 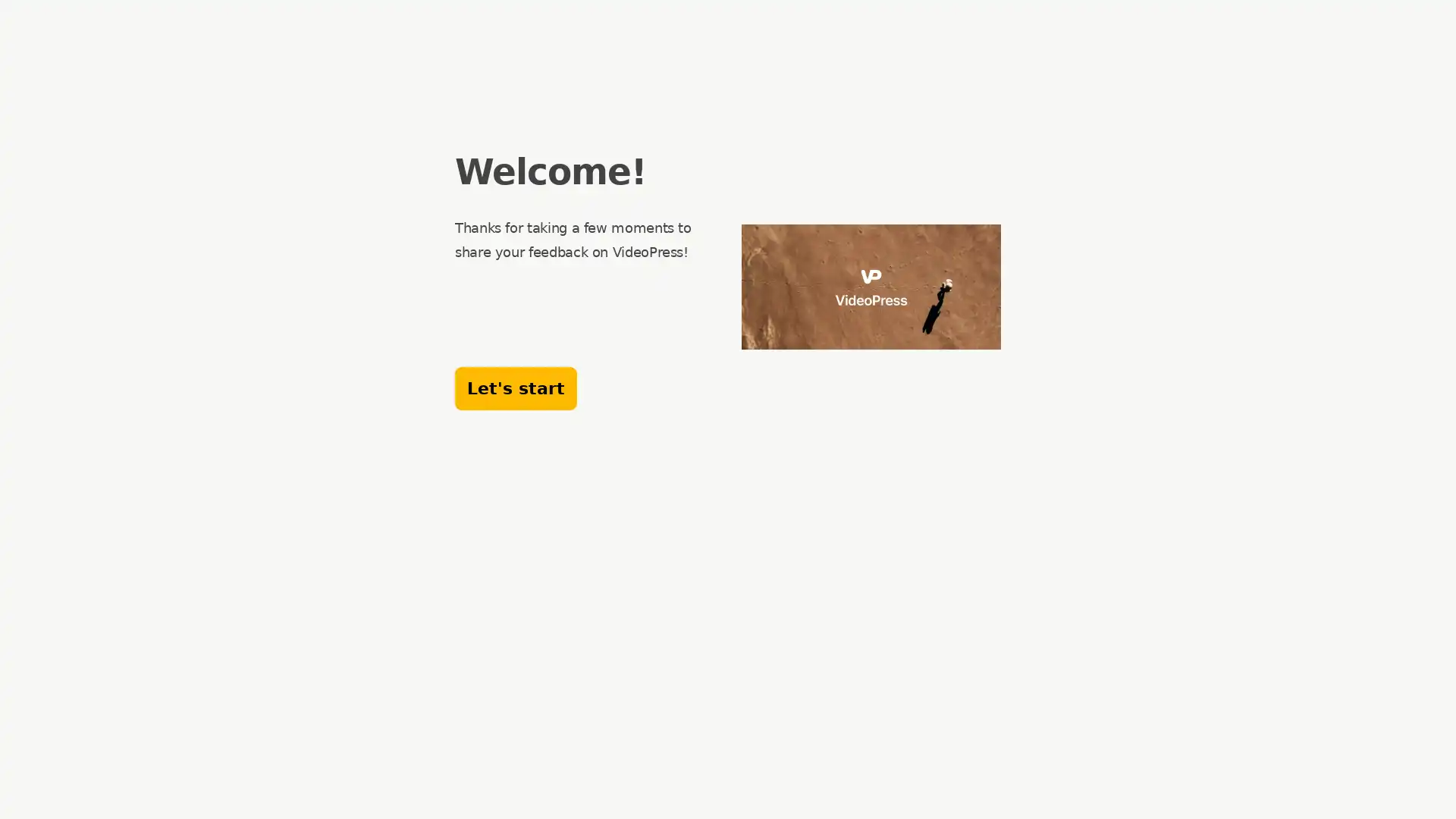 What do you see at coordinates (516, 388) in the screenshot?
I see `Let's start` at bounding box center [516, 388].